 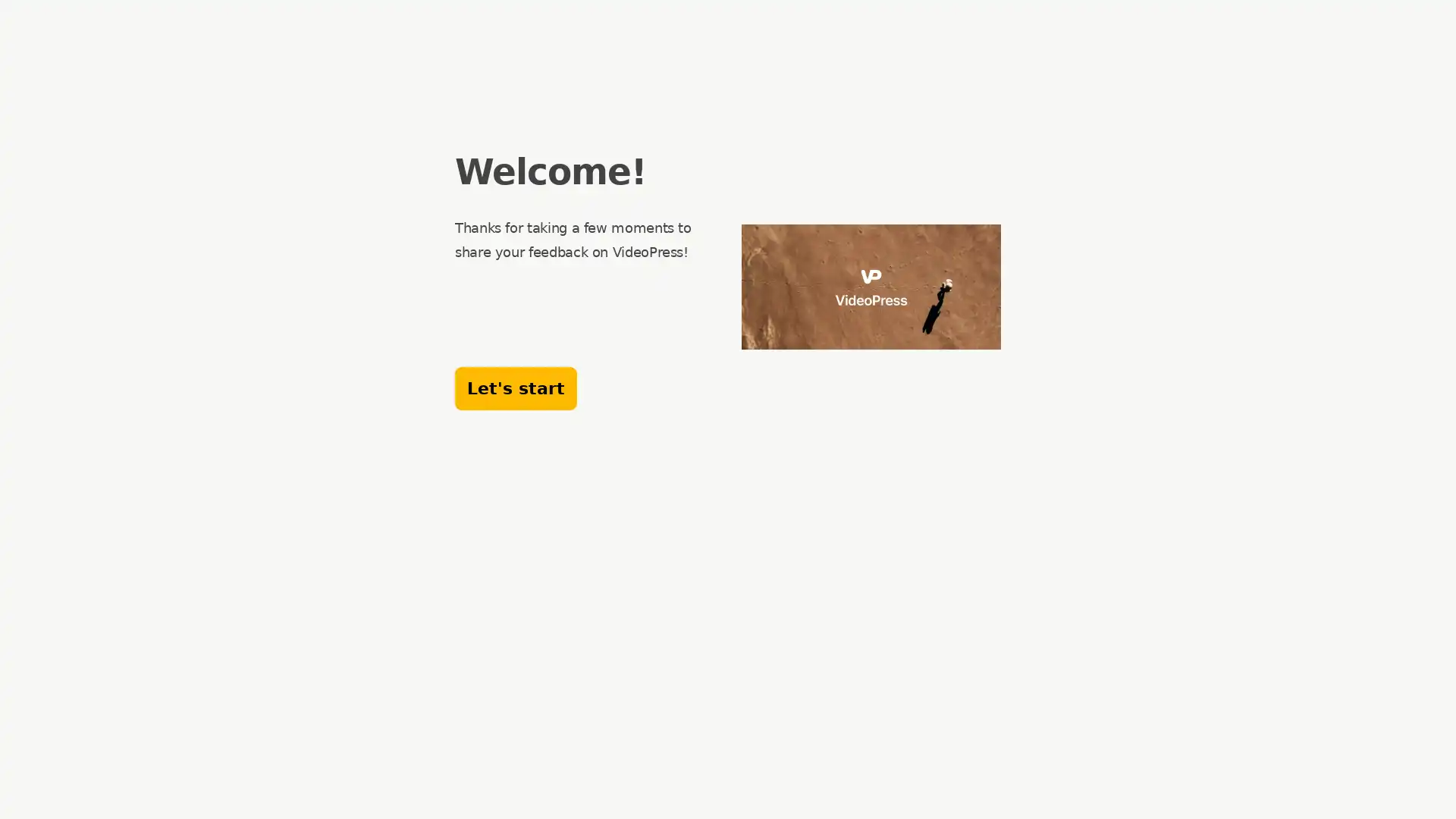 What do you see at coordinates (516, 388) in the screenshot?
I see `Let's start` at bounding box center [516, 388].